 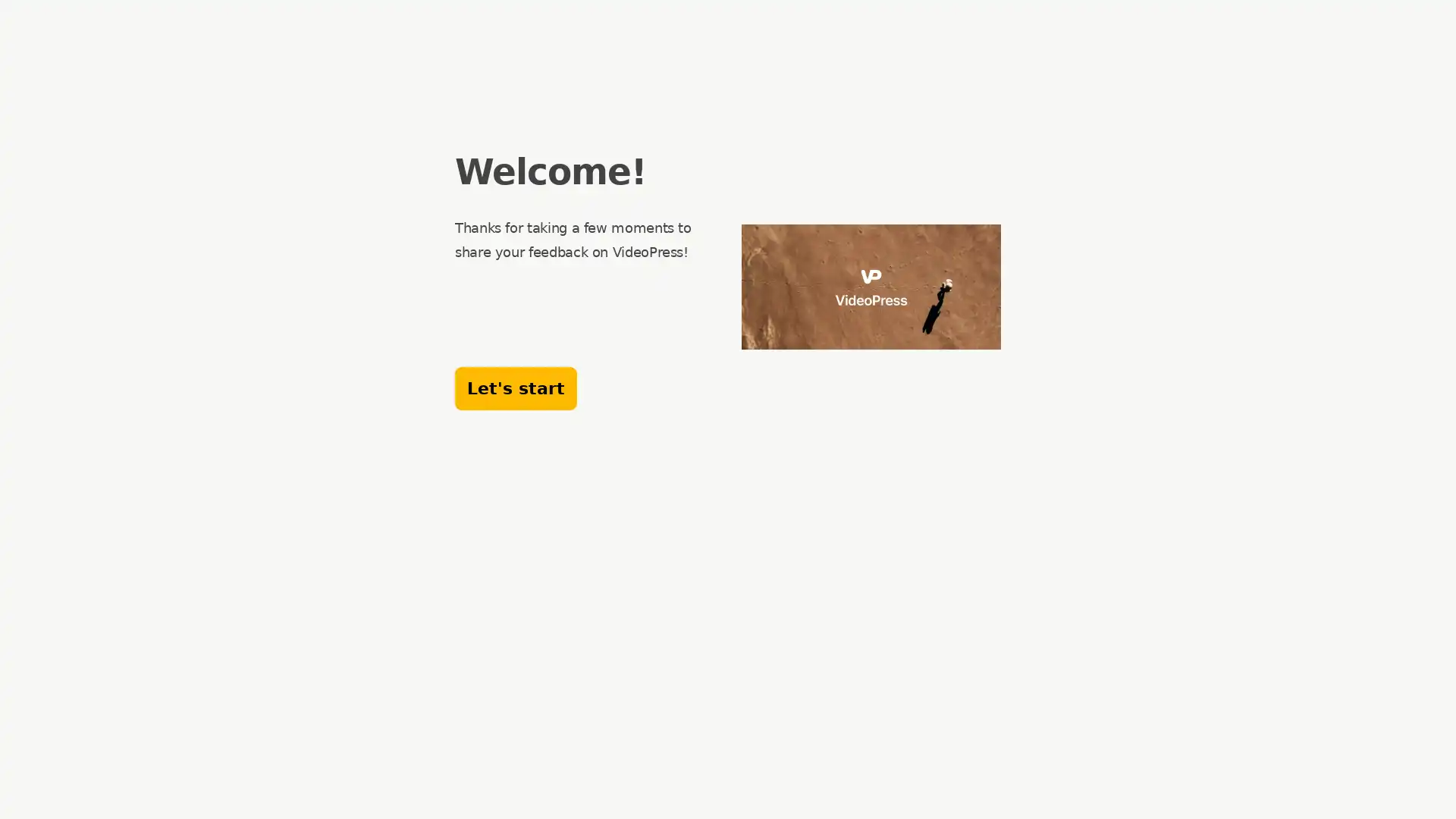 What do you see at coordinates (516, 388) in the screenshot?
I see `Let's start` at bounding box center [516, 388].